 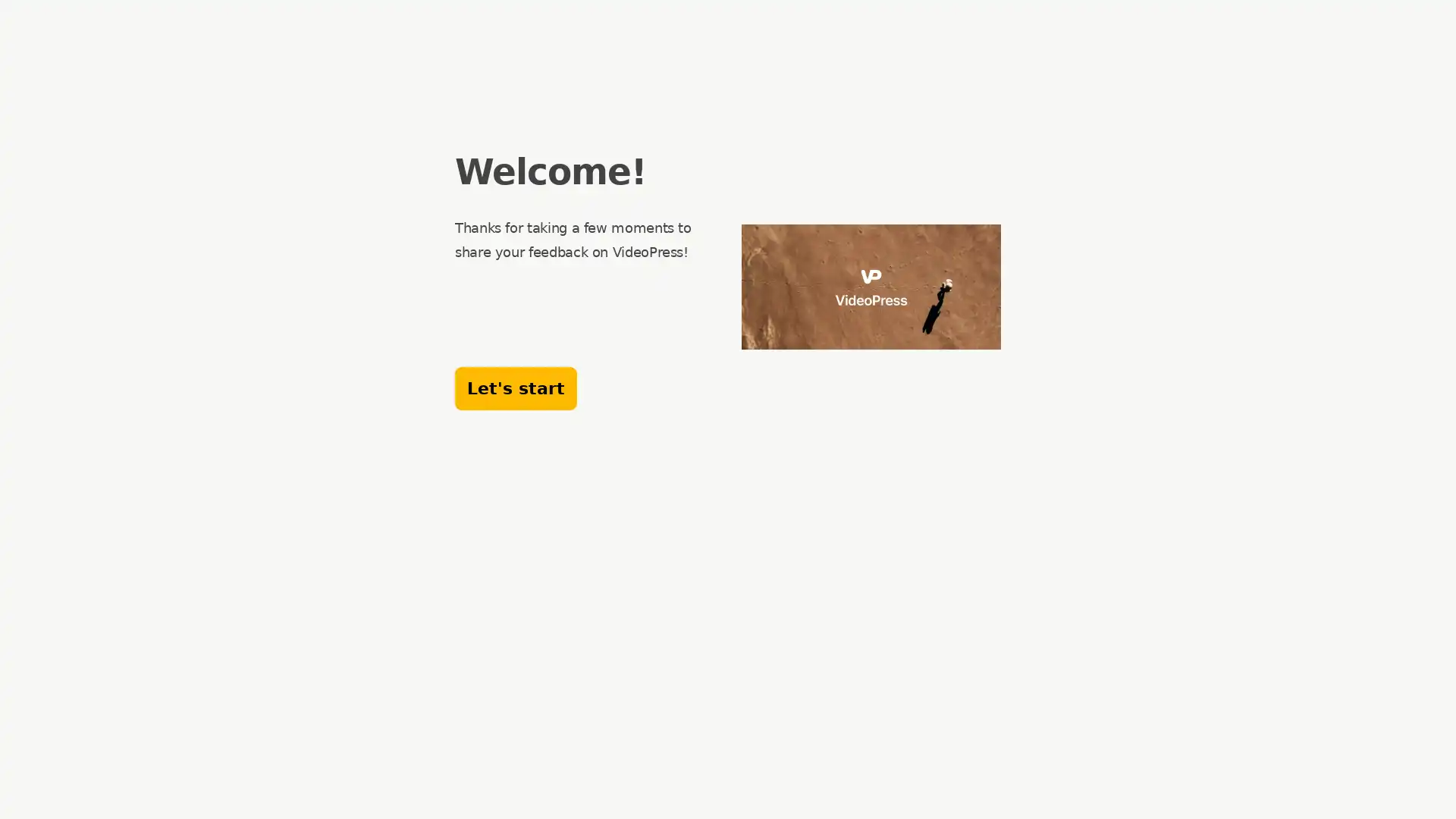 What do you see at coordinates (516, 388) in the screenshot?
I see `Let's start` at bounding box center [516, 388].